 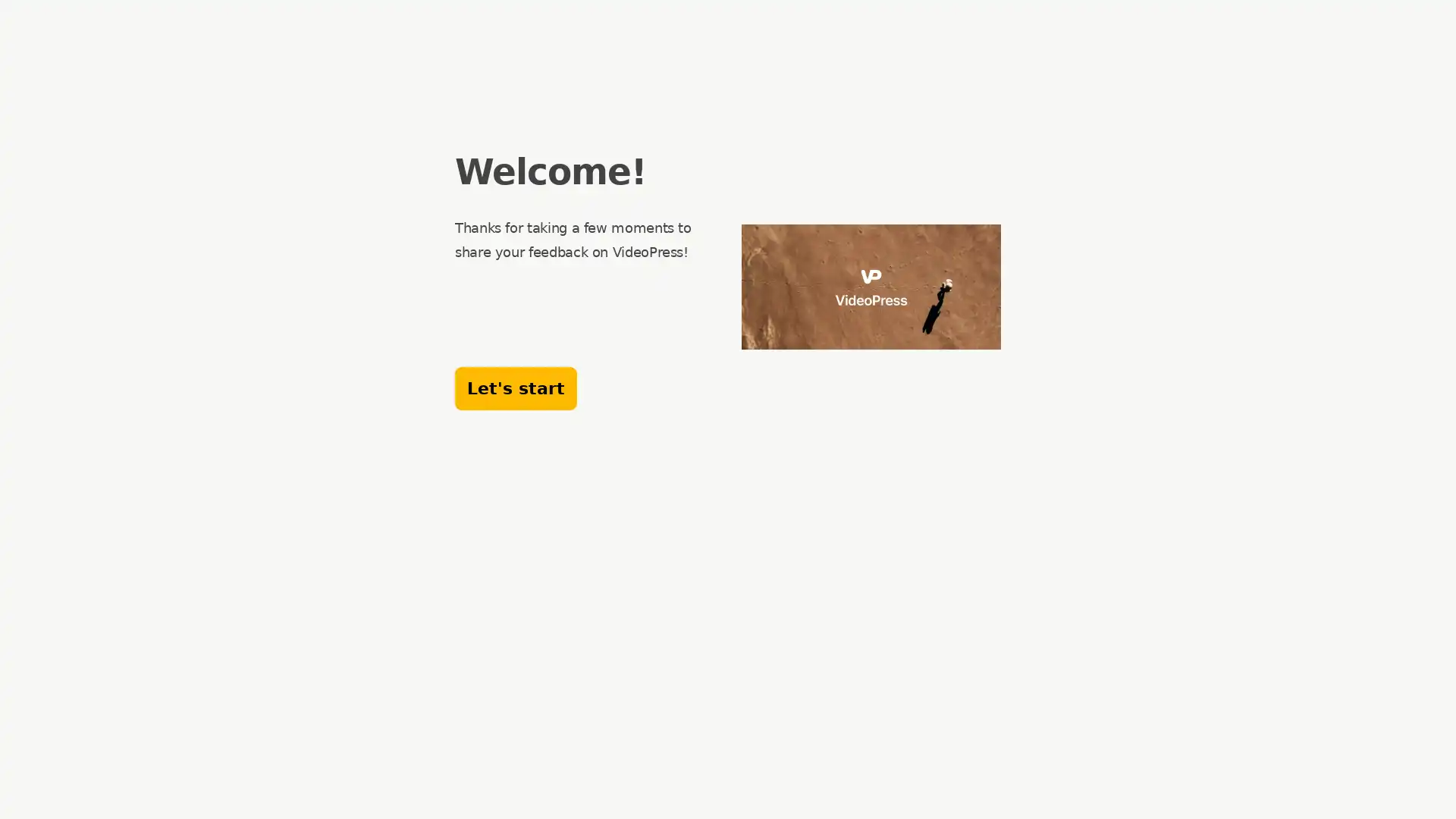 What do you see at coordinates (516, 388) in the screenshot?
I see `Let's start` at bounding box center [516, 388].